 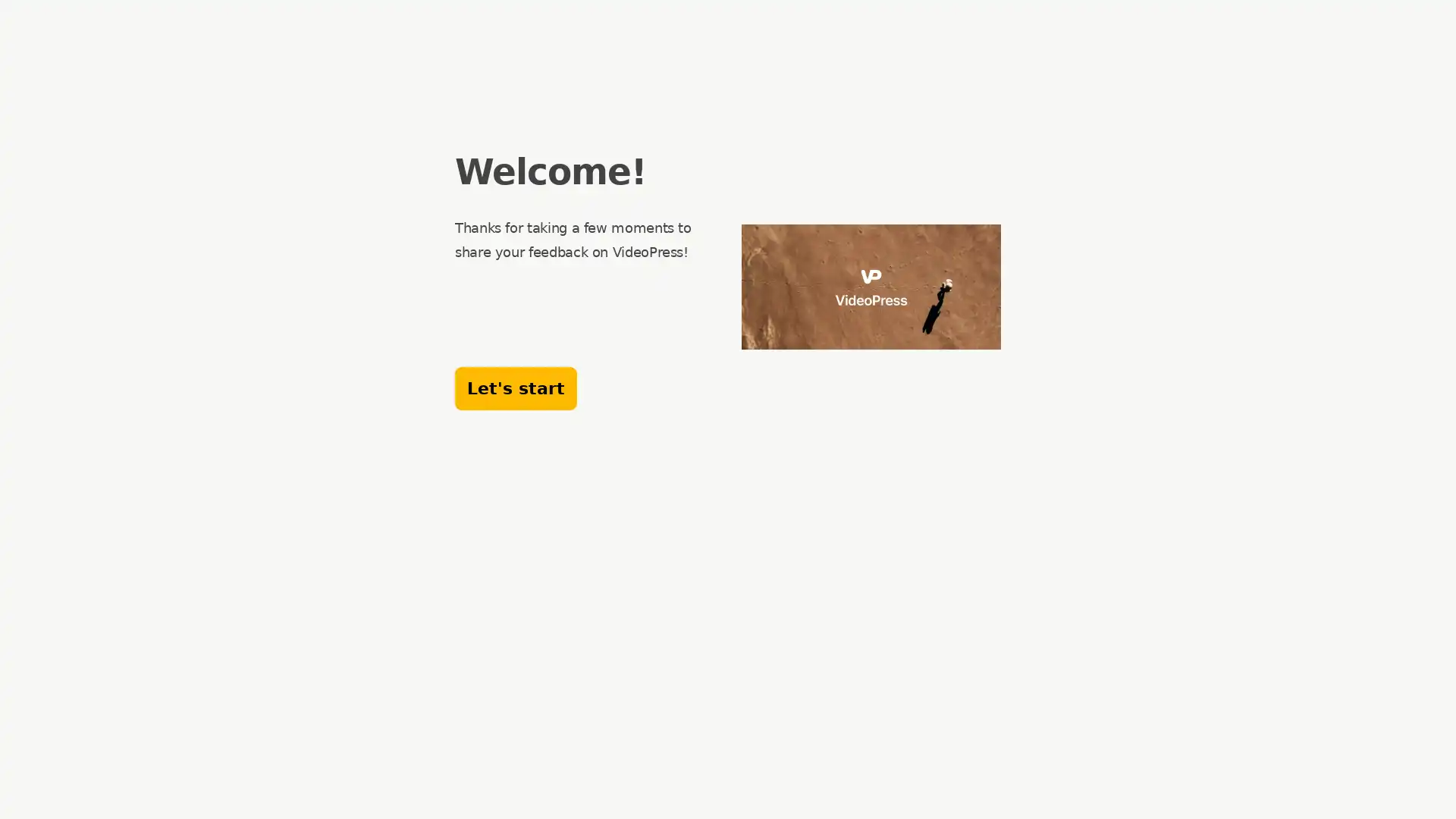 What do you see at coordinates (516, 388) in the screenshot?
I see `Let's start` at bounding box center [516, 388].